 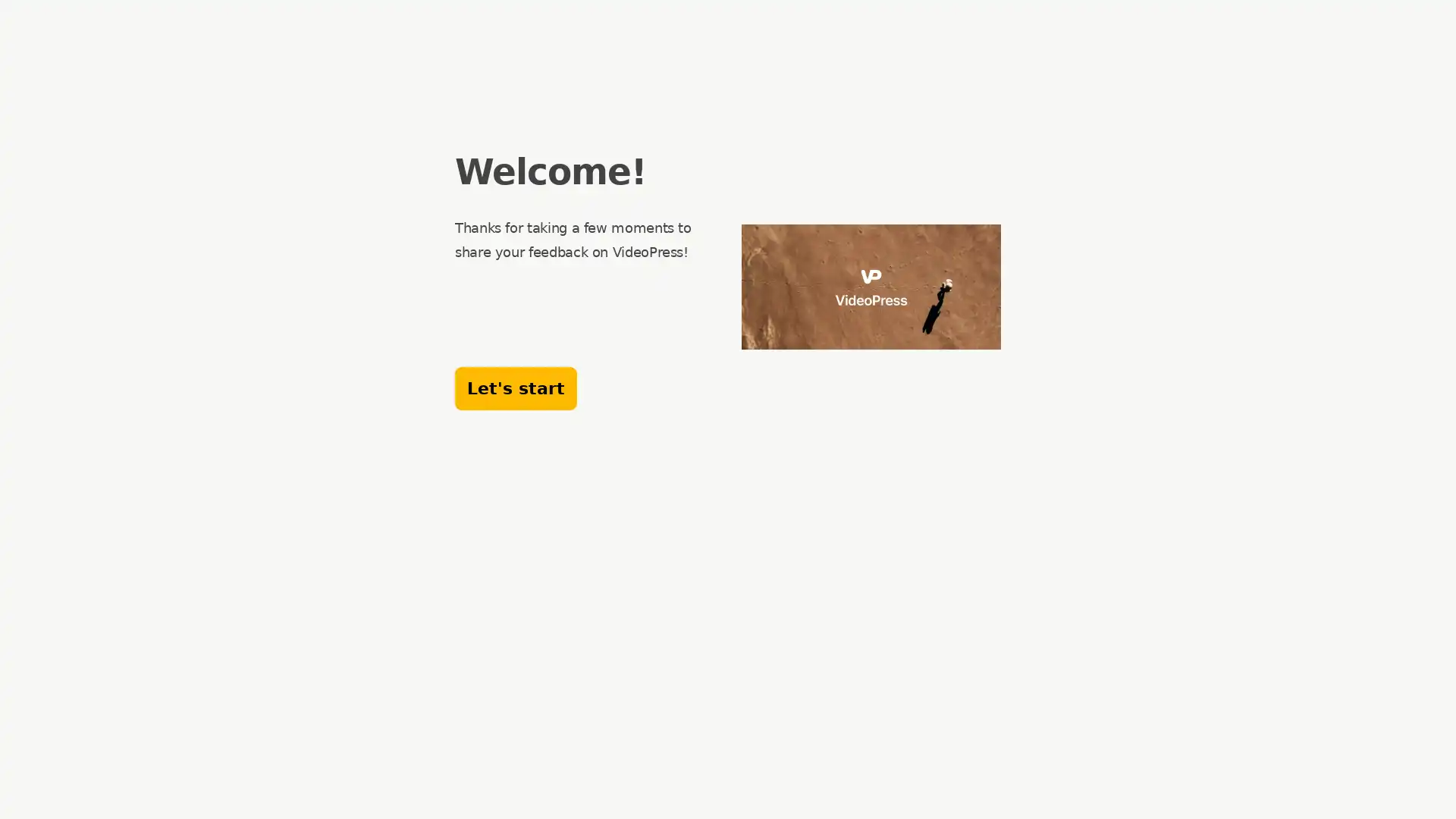 What do you see at coordinates (516, 388) in the screenshot?
I see `Let's start` at bounding box center [516, 388].